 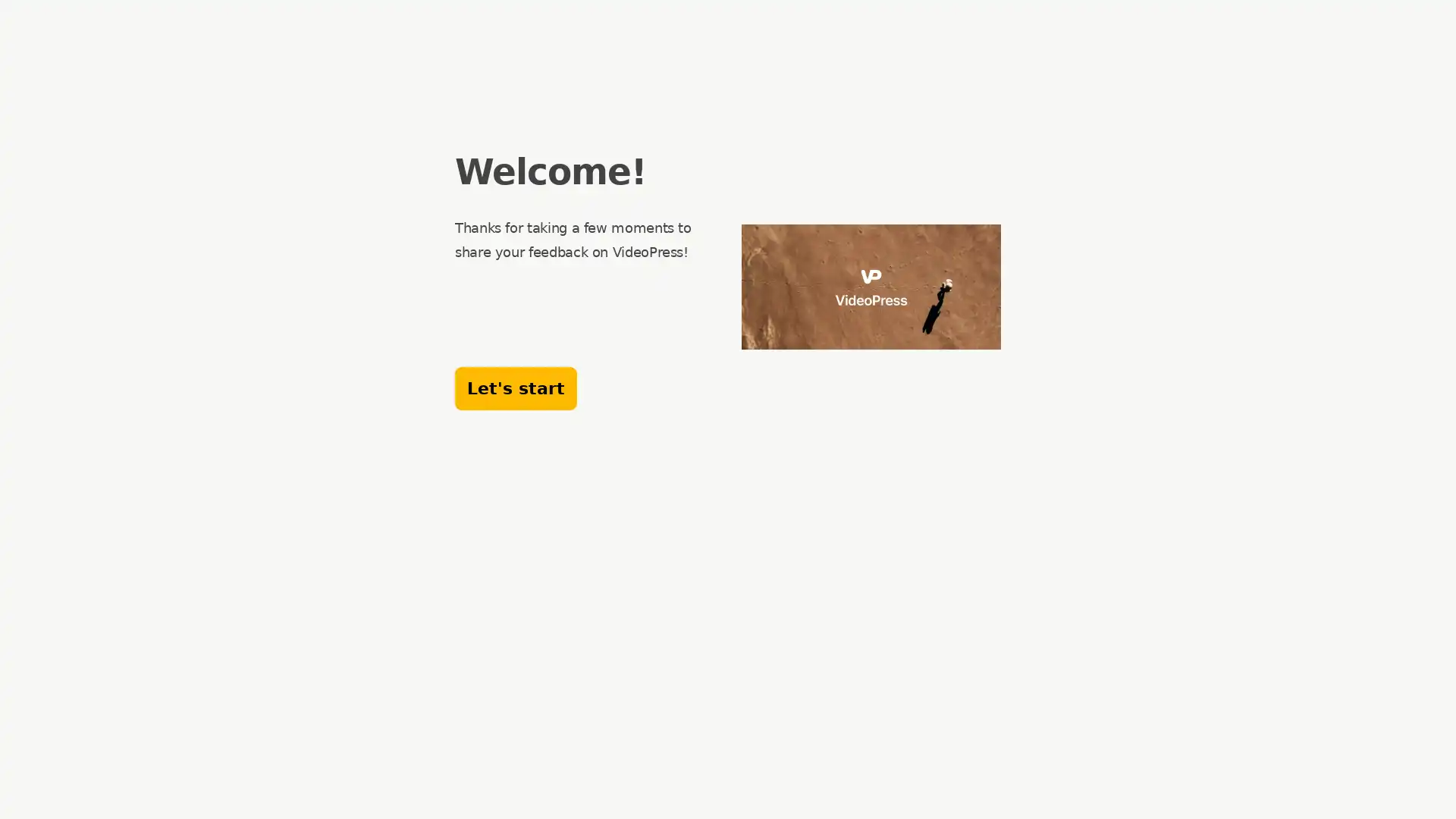 What do you see at coordinates (516, 388) in the screenshot?
I see `Let's start` at bounding box center [516, 388].